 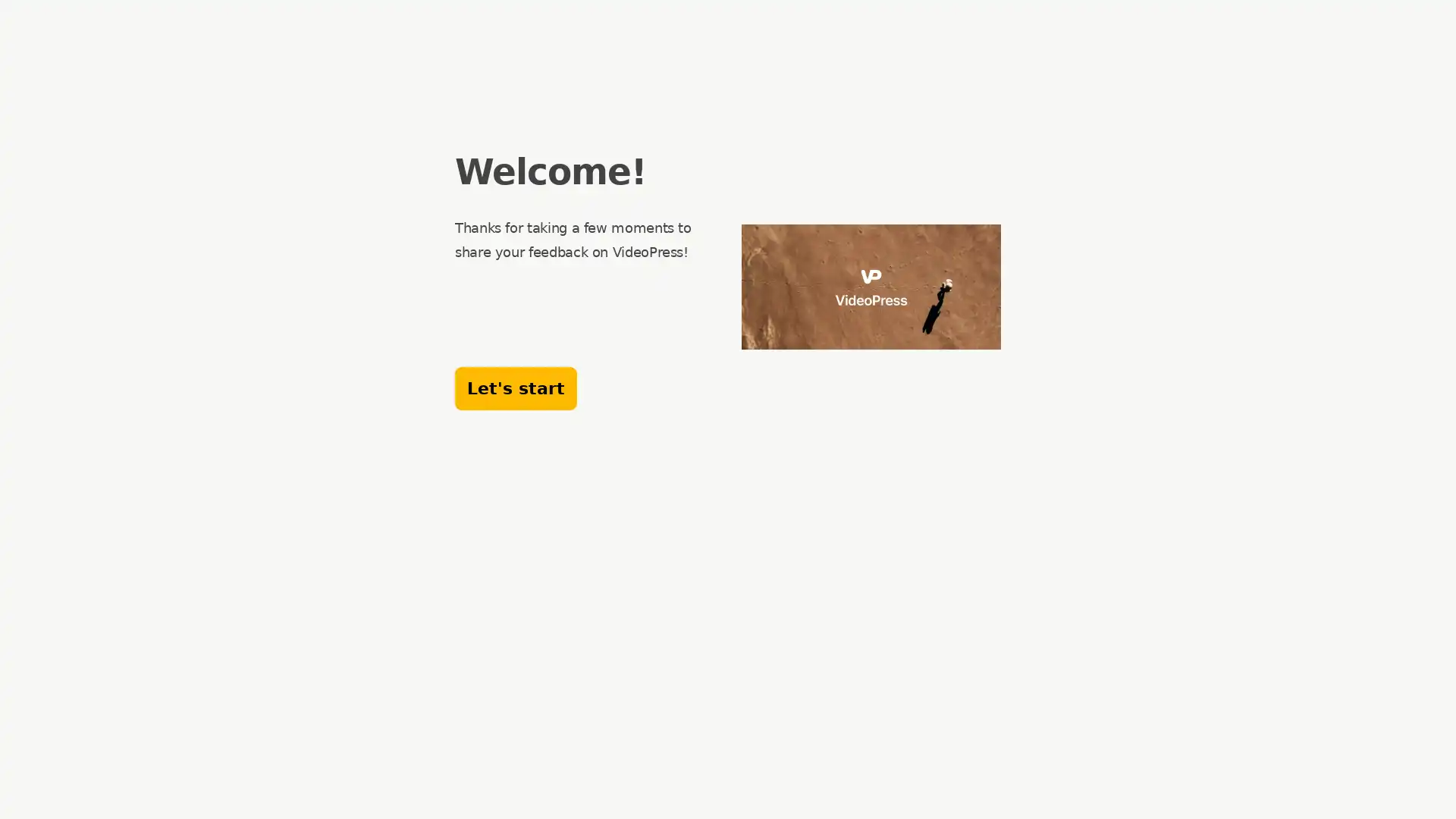 What do you see at coordinates (516, 388) in the screenshot?
I see `Let's start` at bounding box center [516, 388].